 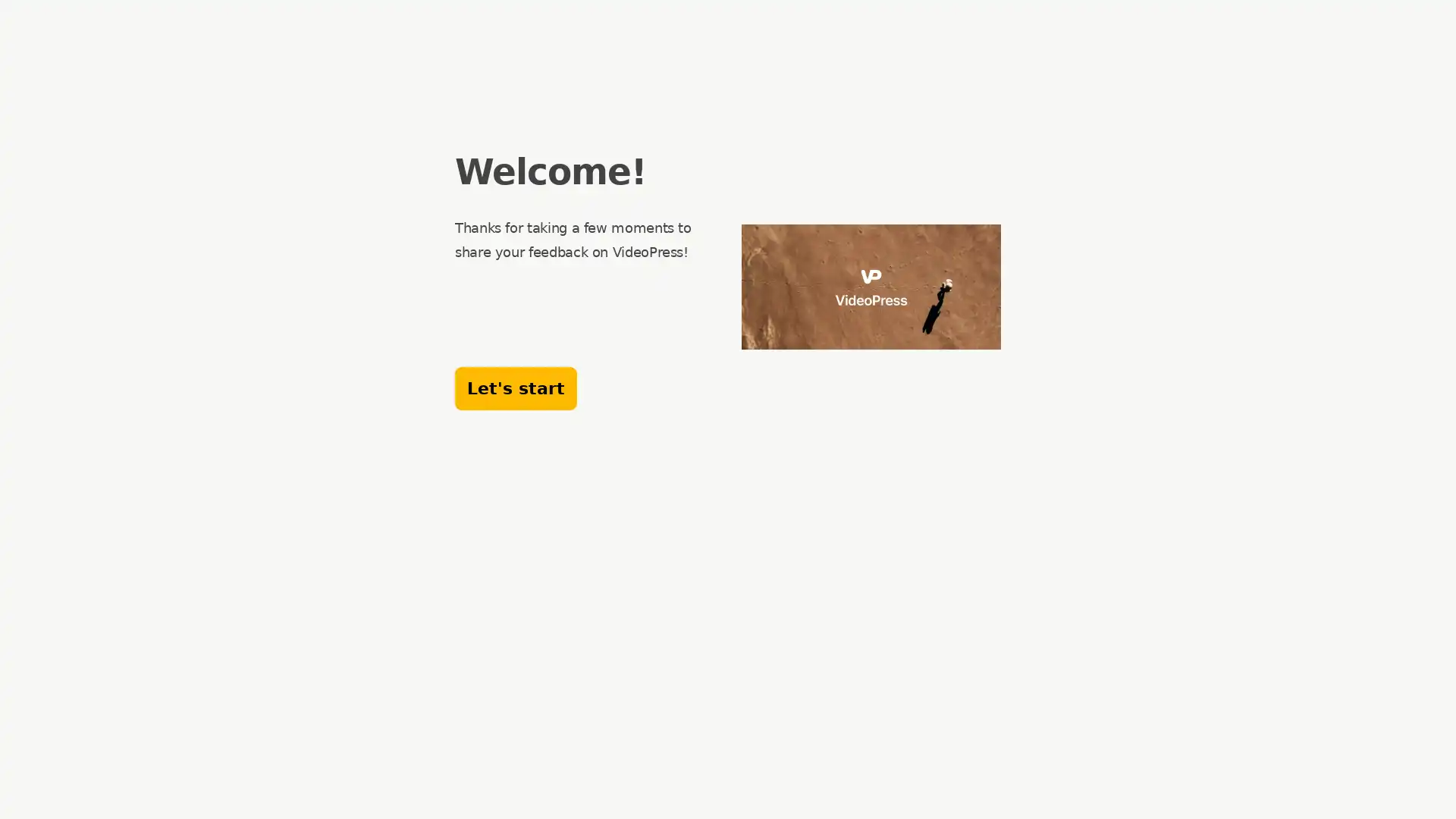 What do you see at coordinates (516, 388) in the screenshot?
I see `Let's start` at bounding box center [516, 388].